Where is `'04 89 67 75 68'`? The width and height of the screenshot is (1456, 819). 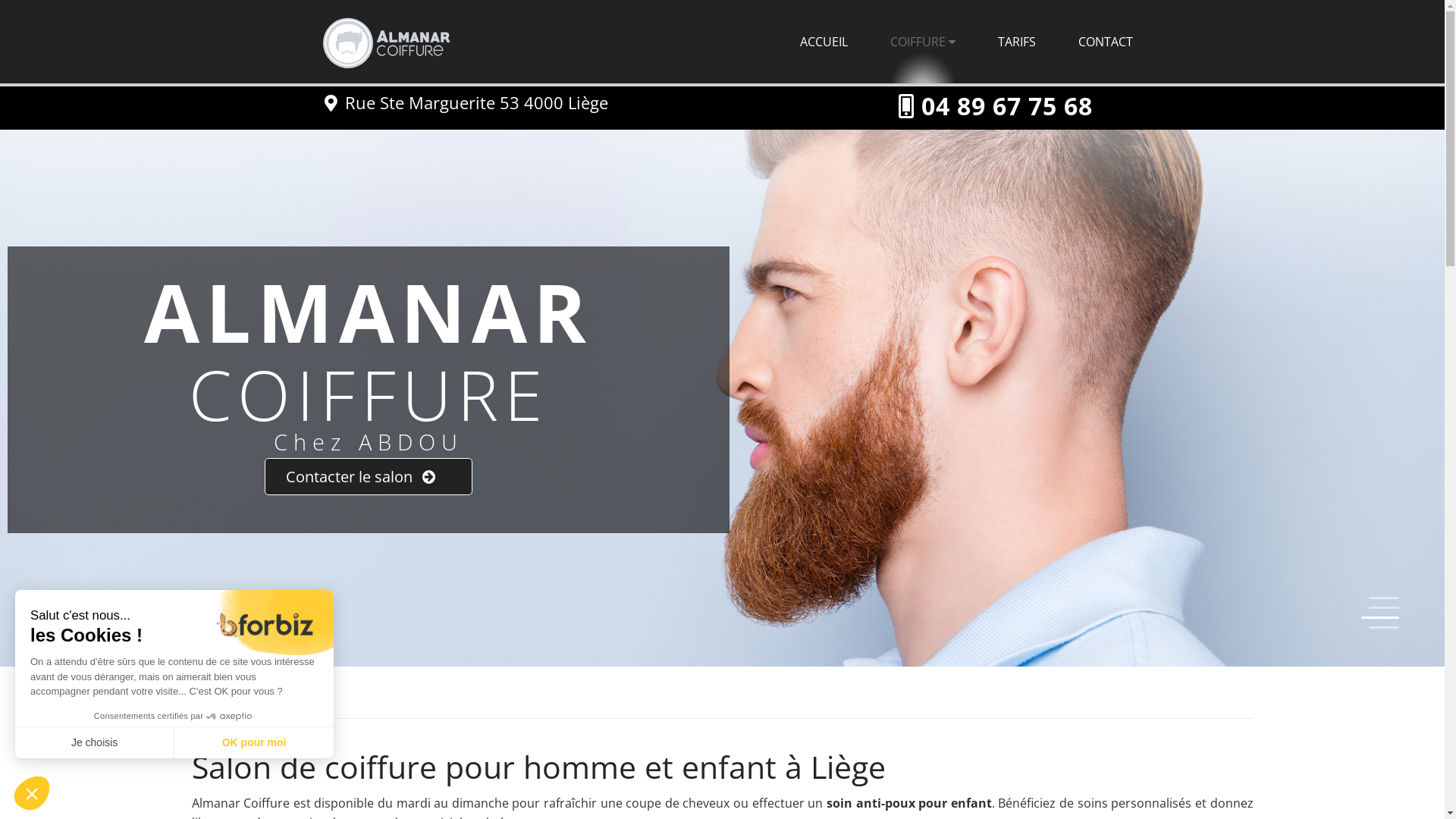 '04 89 67 75 68' is located at coordinates (1006, 105).